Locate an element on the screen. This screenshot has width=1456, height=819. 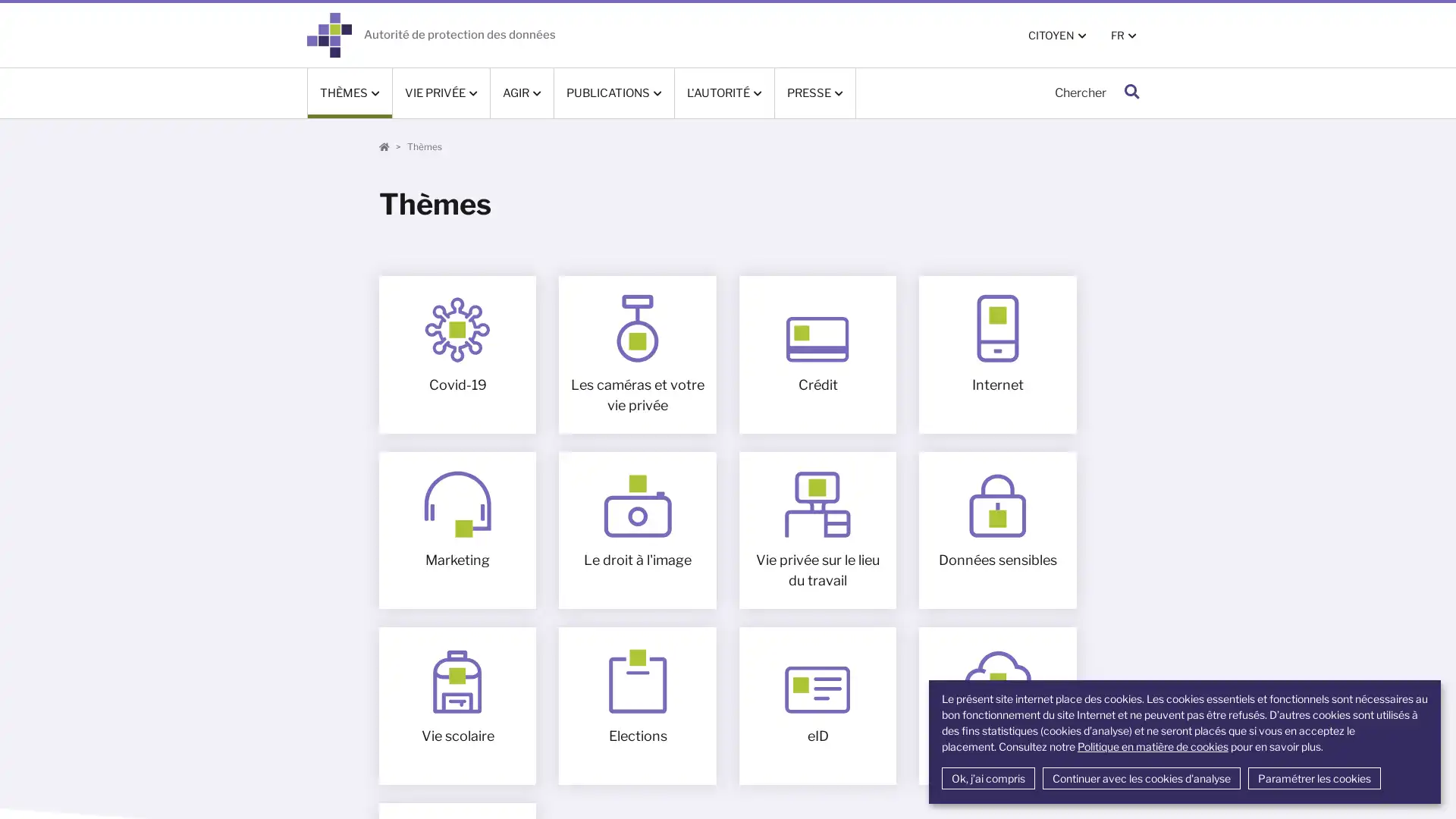
Parametrer les cookies is located at coordinates (1313, 778).